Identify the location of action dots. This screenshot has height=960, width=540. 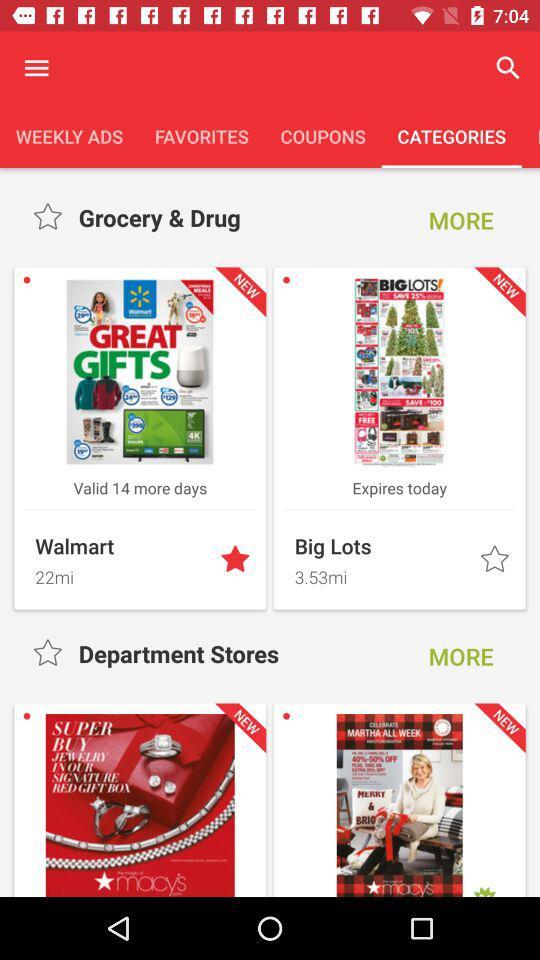
(36, 68).